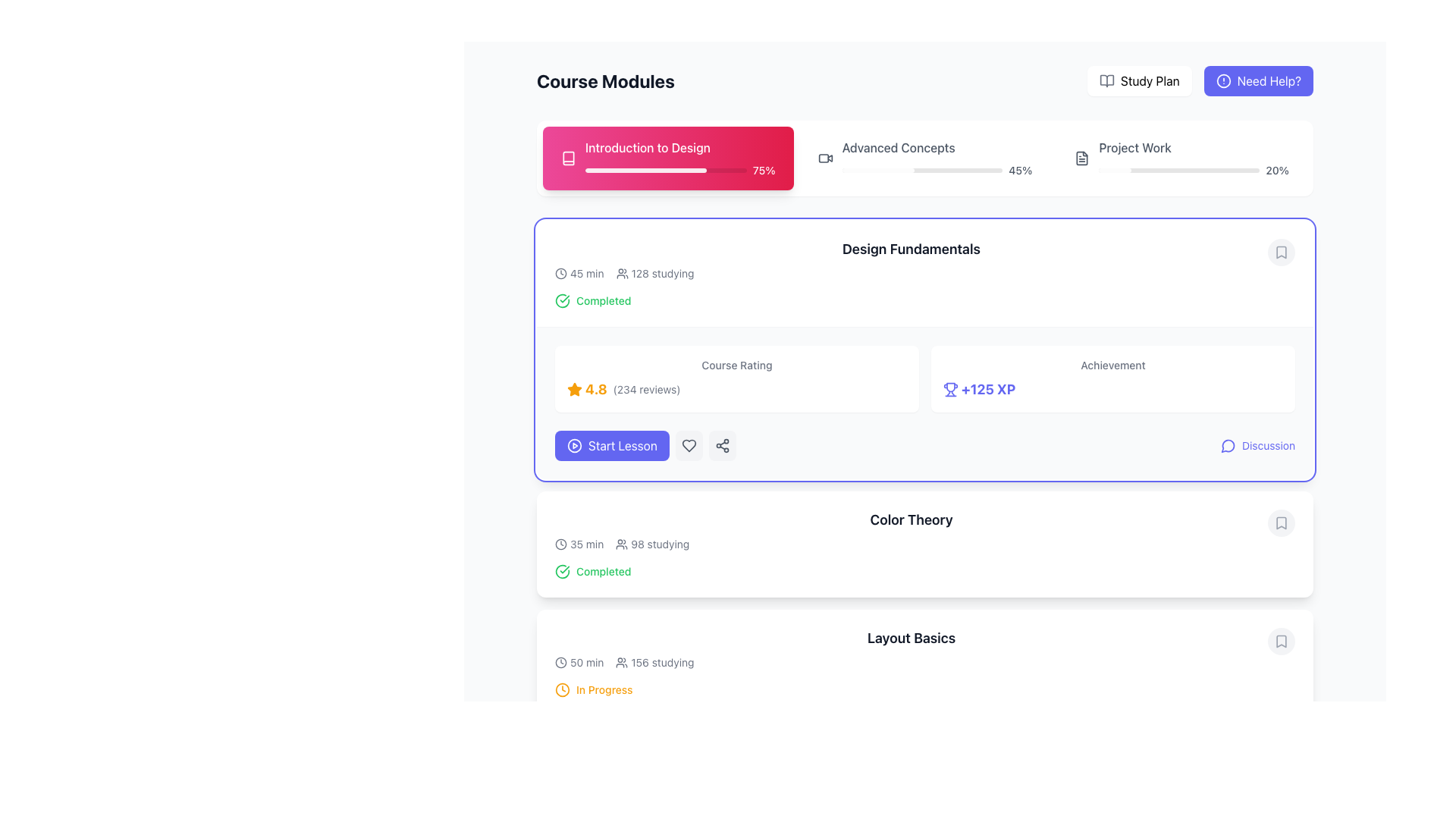  Describe the element at coordinates (567, 158) in the screenshot. I see `the book icon located in the top-left corner of the 'Introduction to Design' header, which features a gradient background and includes the text 'Introduction to Design' and a progress indicator showing '75%'` at that location.